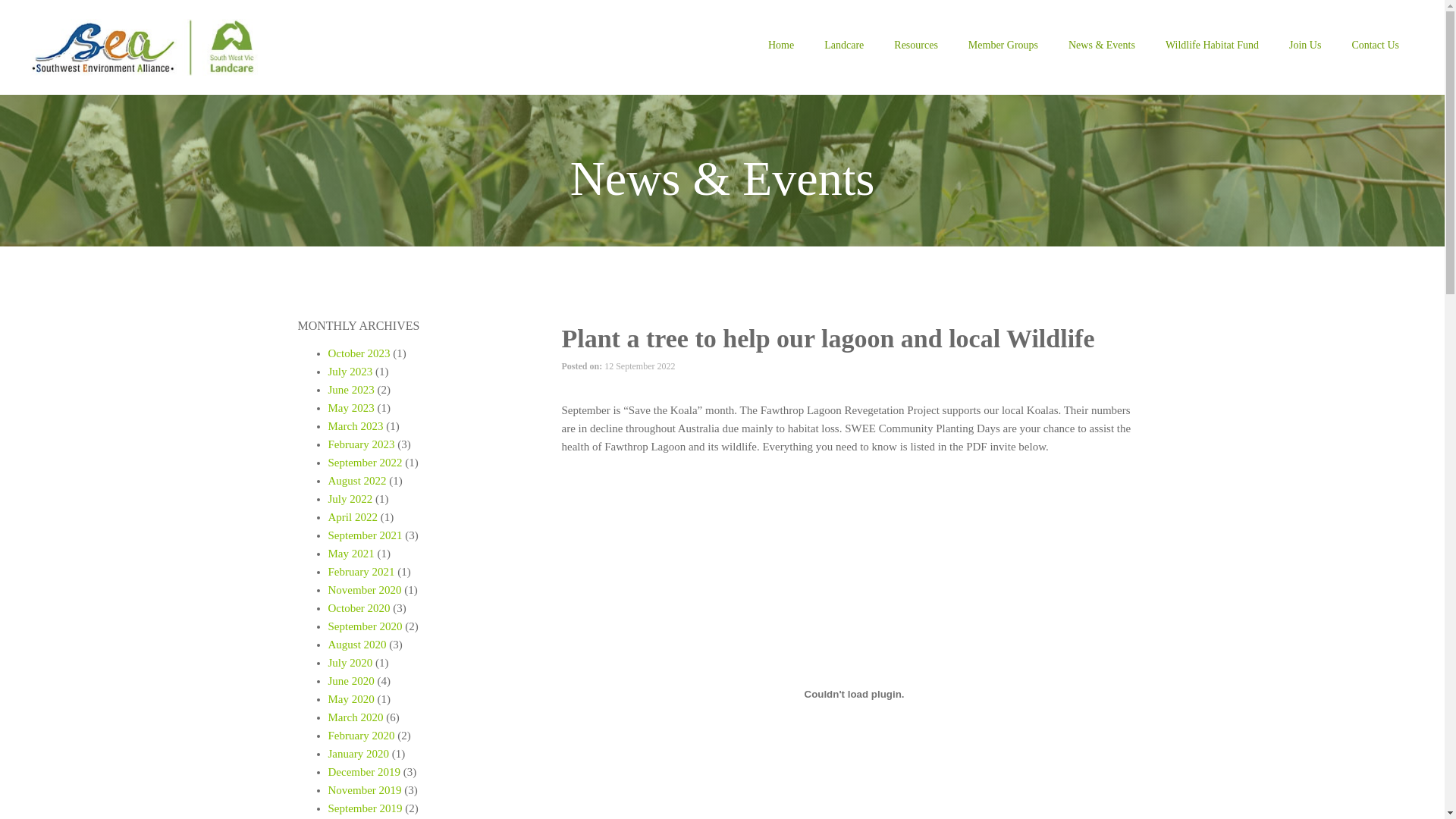  Describe the element at coordinates (364, 461) in the screenshot. I see `'September 2022'` at that location.